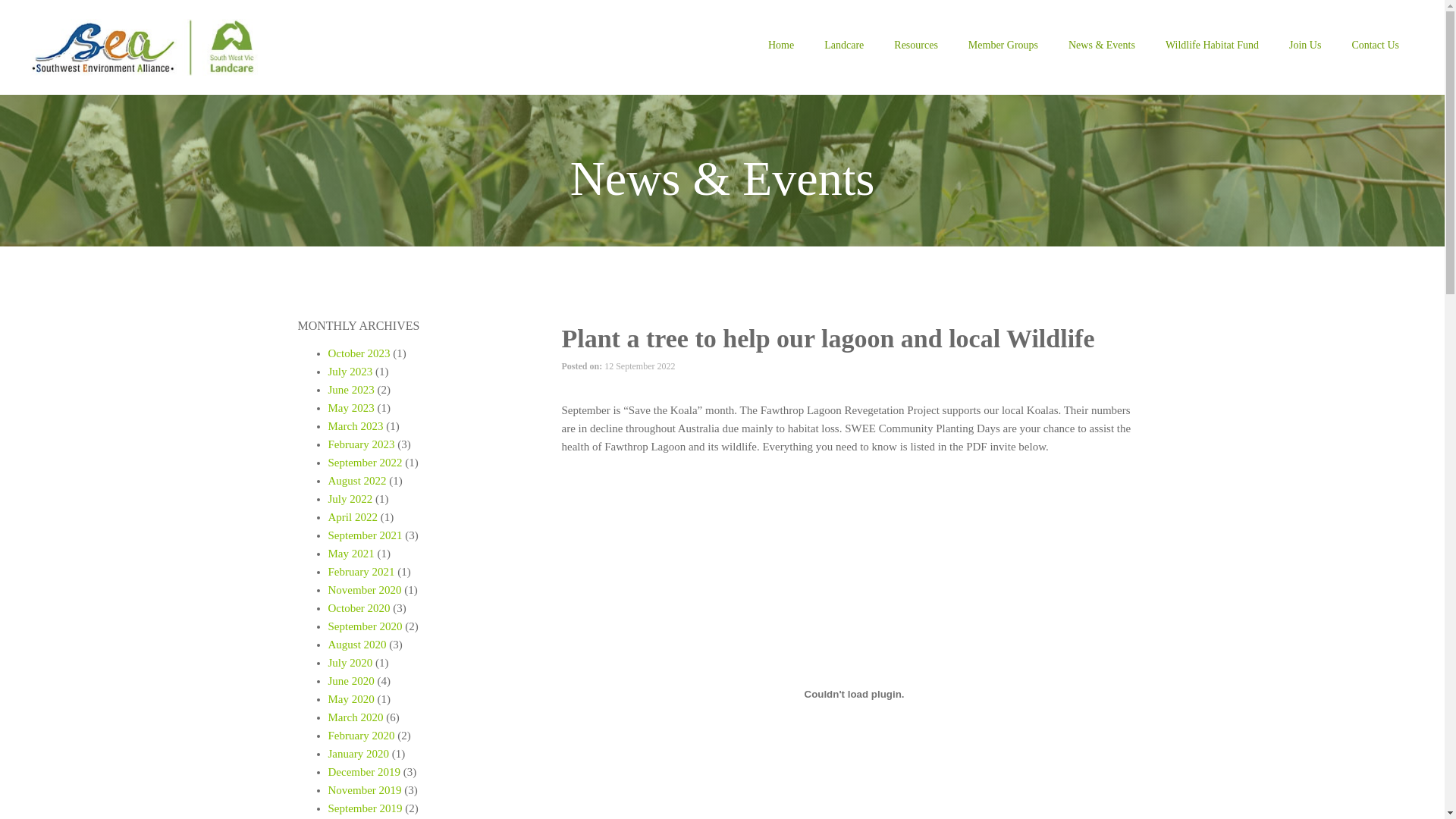  Describe the element at coordinates (364, 461) in the screenshot. I see `'September 2022'` at that location.